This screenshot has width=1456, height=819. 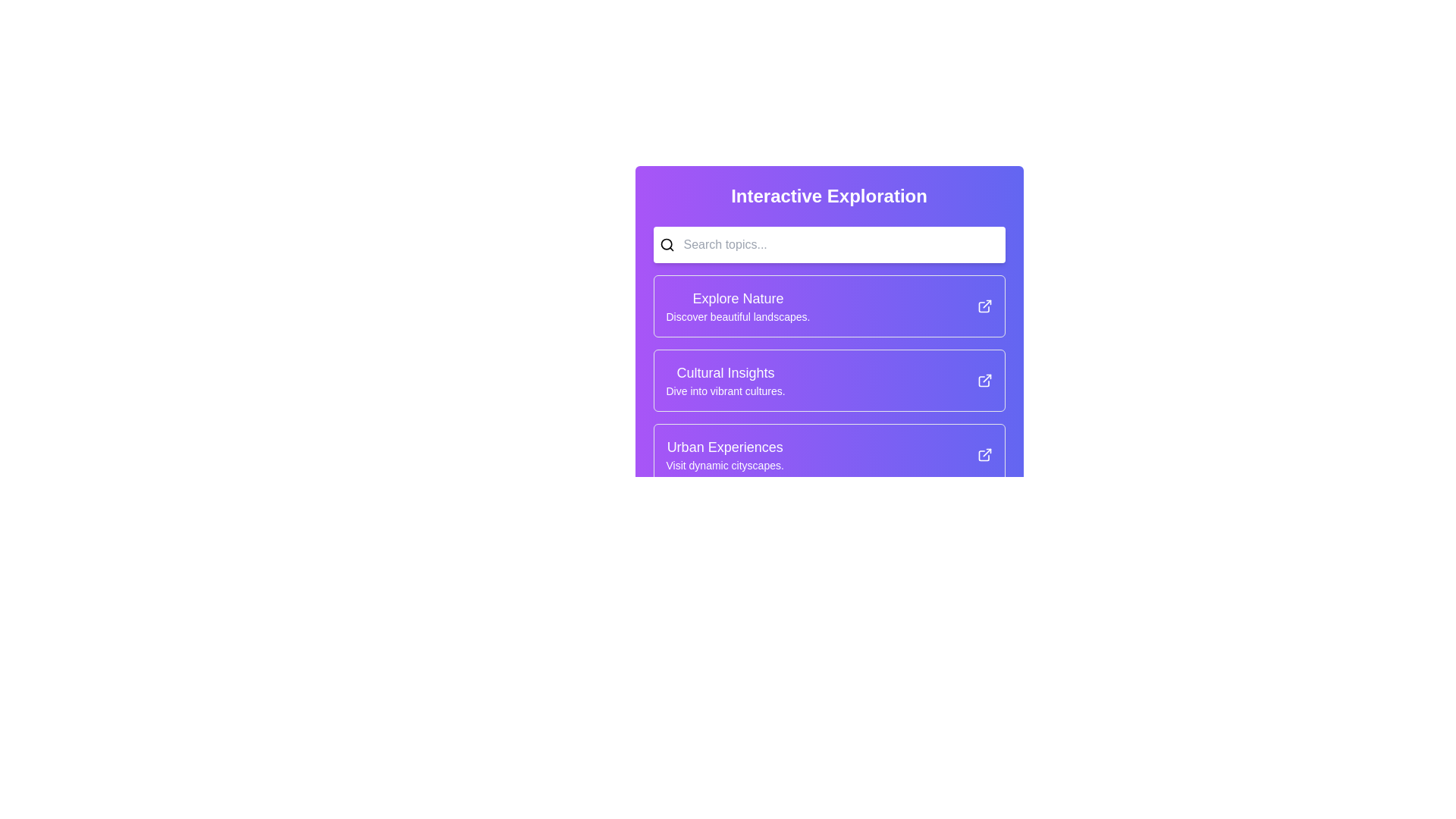 What do you see at coordinates (724, 447) in the screenshot?
I see `the Text Label that serves as a title or heading for the section, positioned at the top of the third rectangular section of the interface` at bounding box center [724, 447].